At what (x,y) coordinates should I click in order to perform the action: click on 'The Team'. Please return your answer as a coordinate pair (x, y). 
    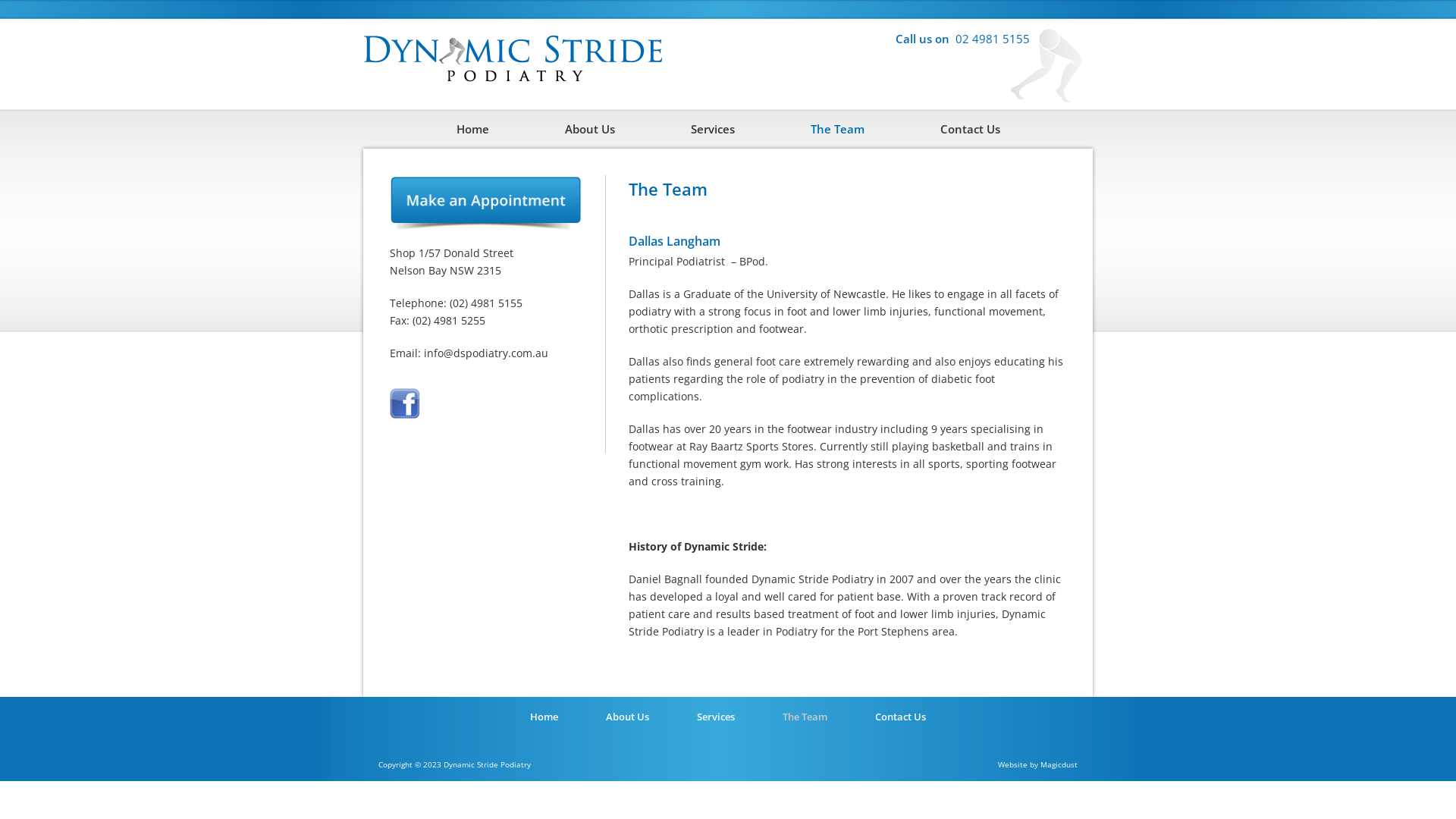
    Looking at the image, I should click on (783, 717).